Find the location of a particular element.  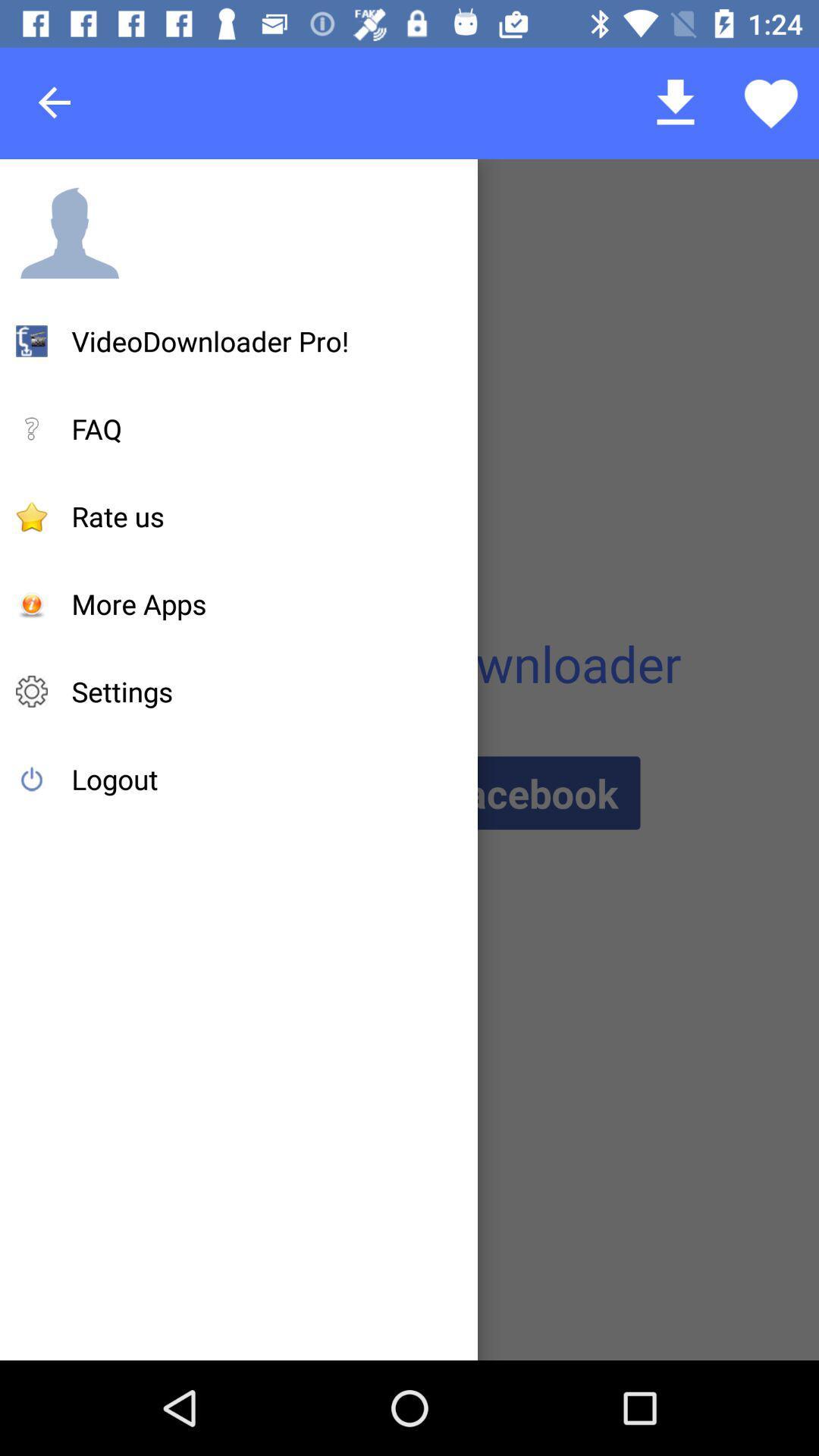

icon below the videodownloader pro! item is located at coordinates (96, 428).